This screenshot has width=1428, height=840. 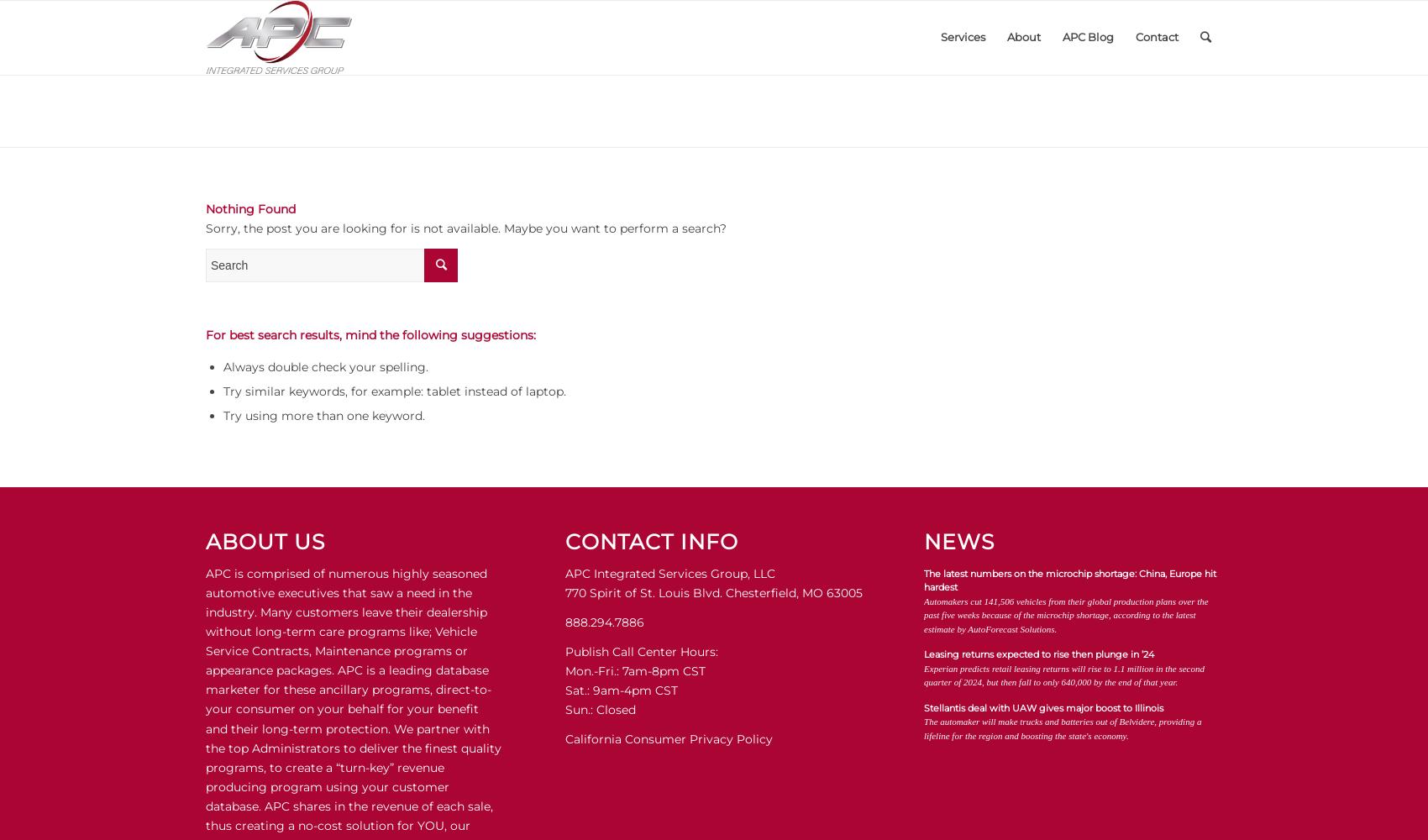 I want to click on 'Publish Call Center Hours:', so click(x=639, y=651).